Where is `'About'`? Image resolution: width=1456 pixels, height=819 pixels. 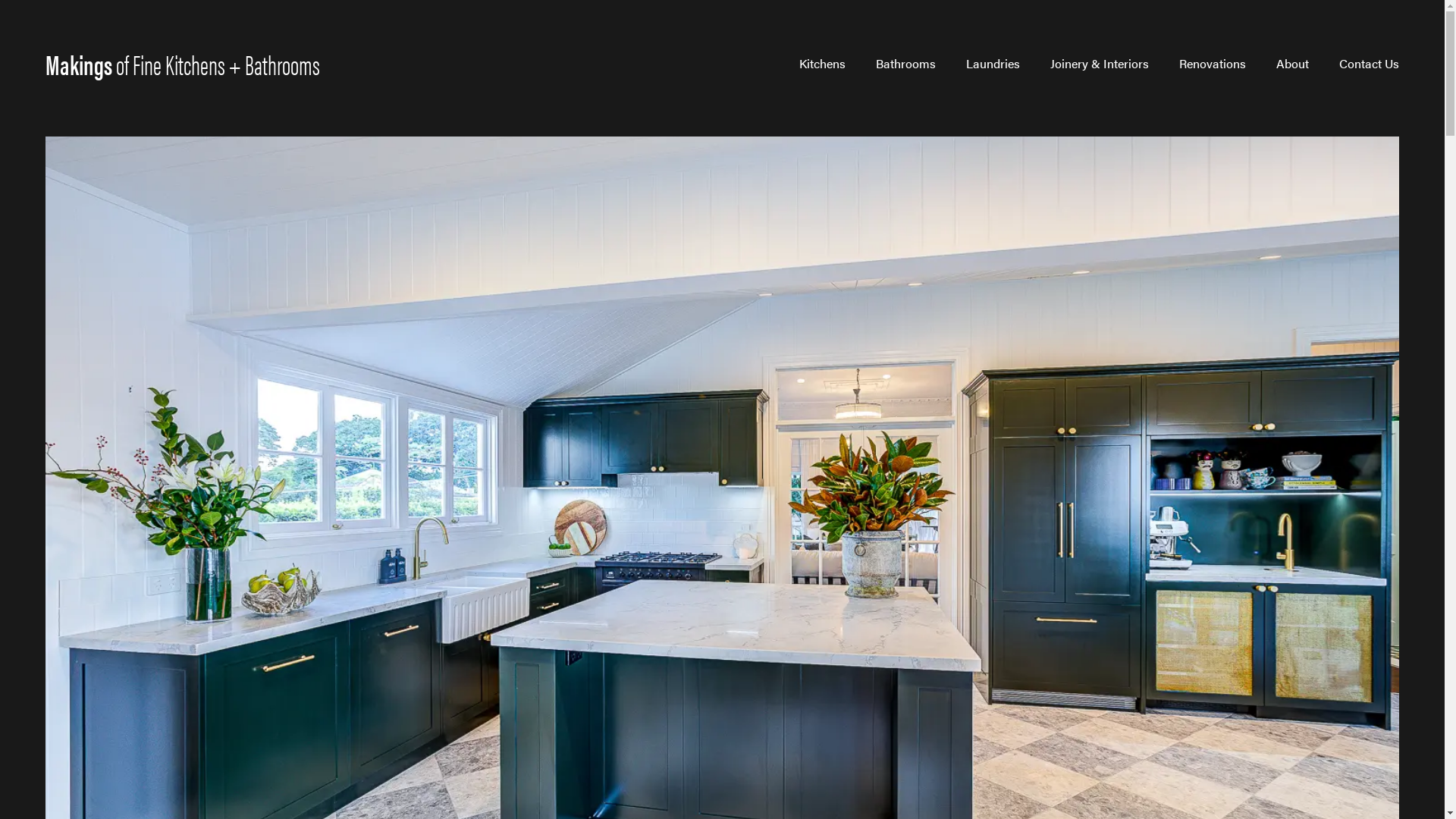
'About' is located at coordinates (1291, 63).